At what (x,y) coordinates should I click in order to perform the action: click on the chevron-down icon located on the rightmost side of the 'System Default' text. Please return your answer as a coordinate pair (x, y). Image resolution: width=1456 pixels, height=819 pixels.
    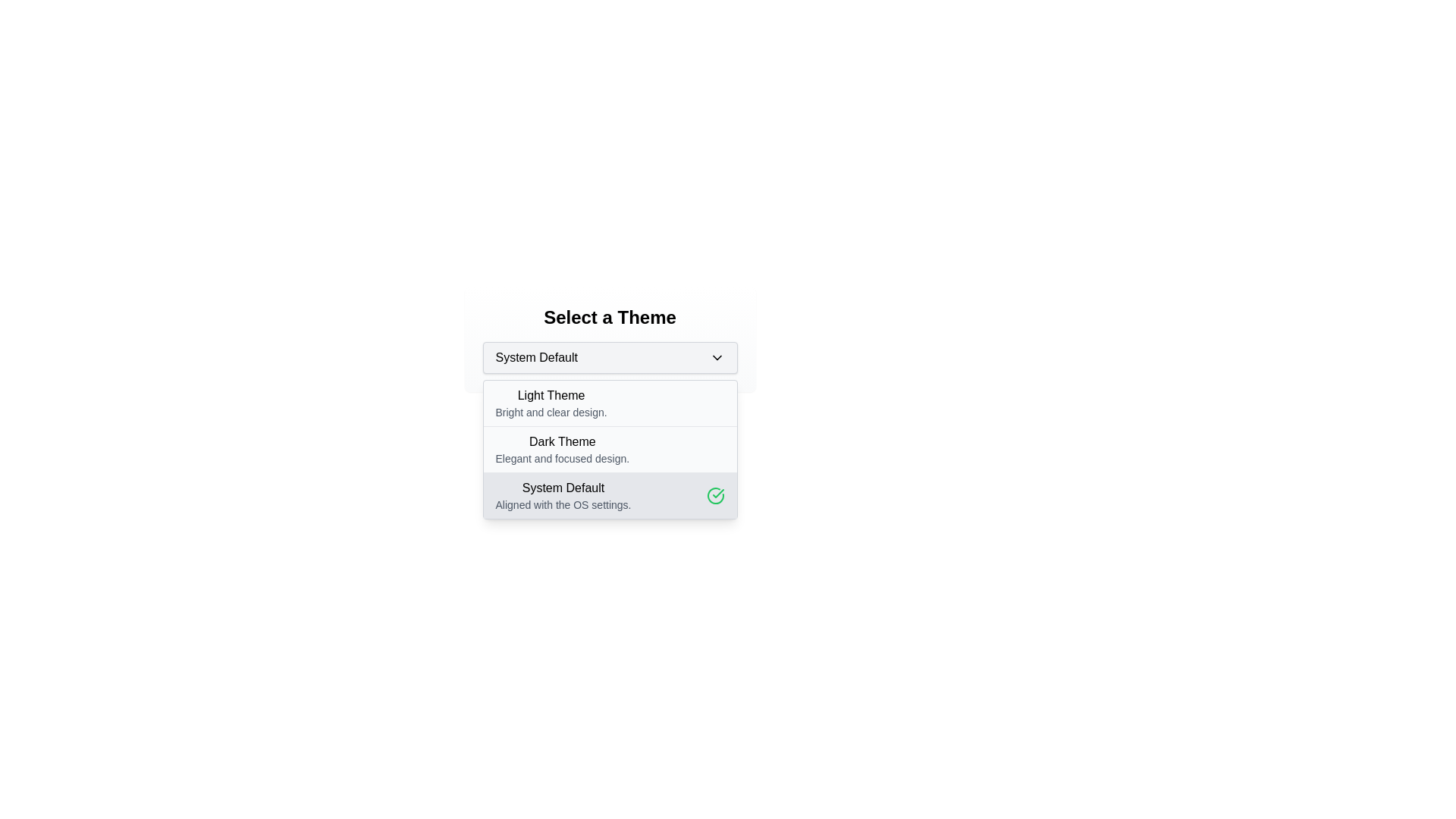
    Looking at the image, I should click on (716, 357).